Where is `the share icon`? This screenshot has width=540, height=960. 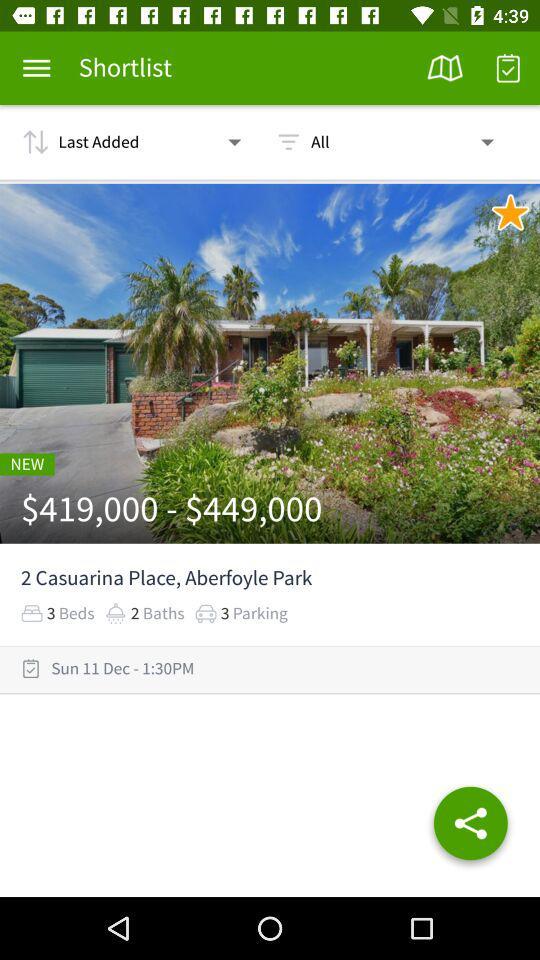
the share icon is located at coordinates (470, 827).